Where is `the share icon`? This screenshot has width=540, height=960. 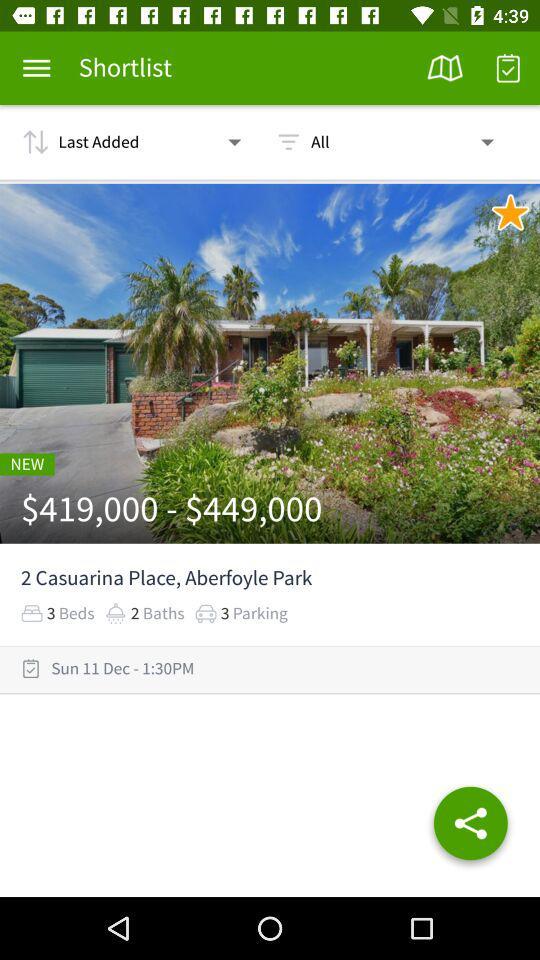
the share icon is located at coordinates (470, 827).